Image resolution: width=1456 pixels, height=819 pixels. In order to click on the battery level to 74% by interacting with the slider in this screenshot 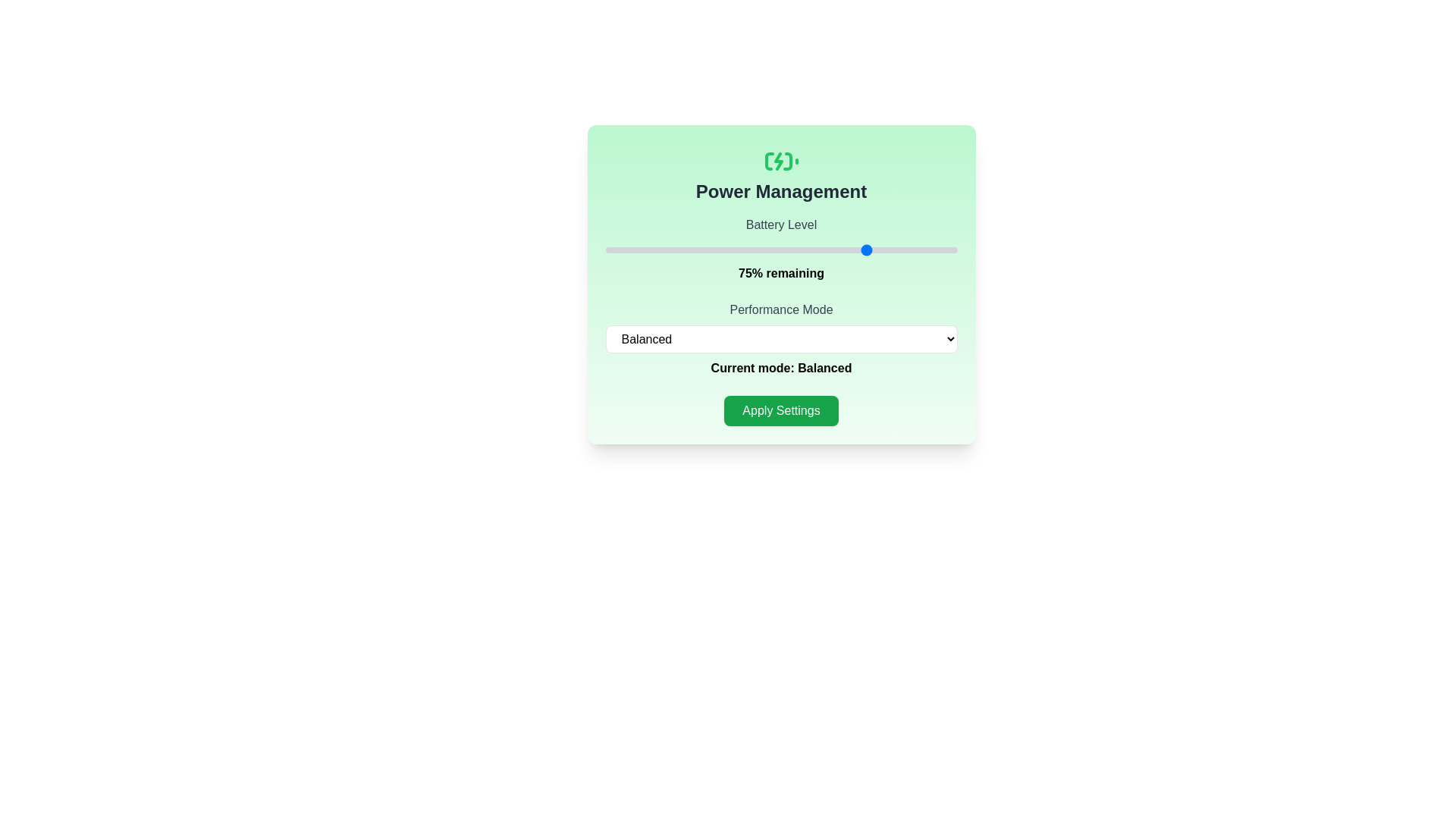, I will do `click(865, 249)`.